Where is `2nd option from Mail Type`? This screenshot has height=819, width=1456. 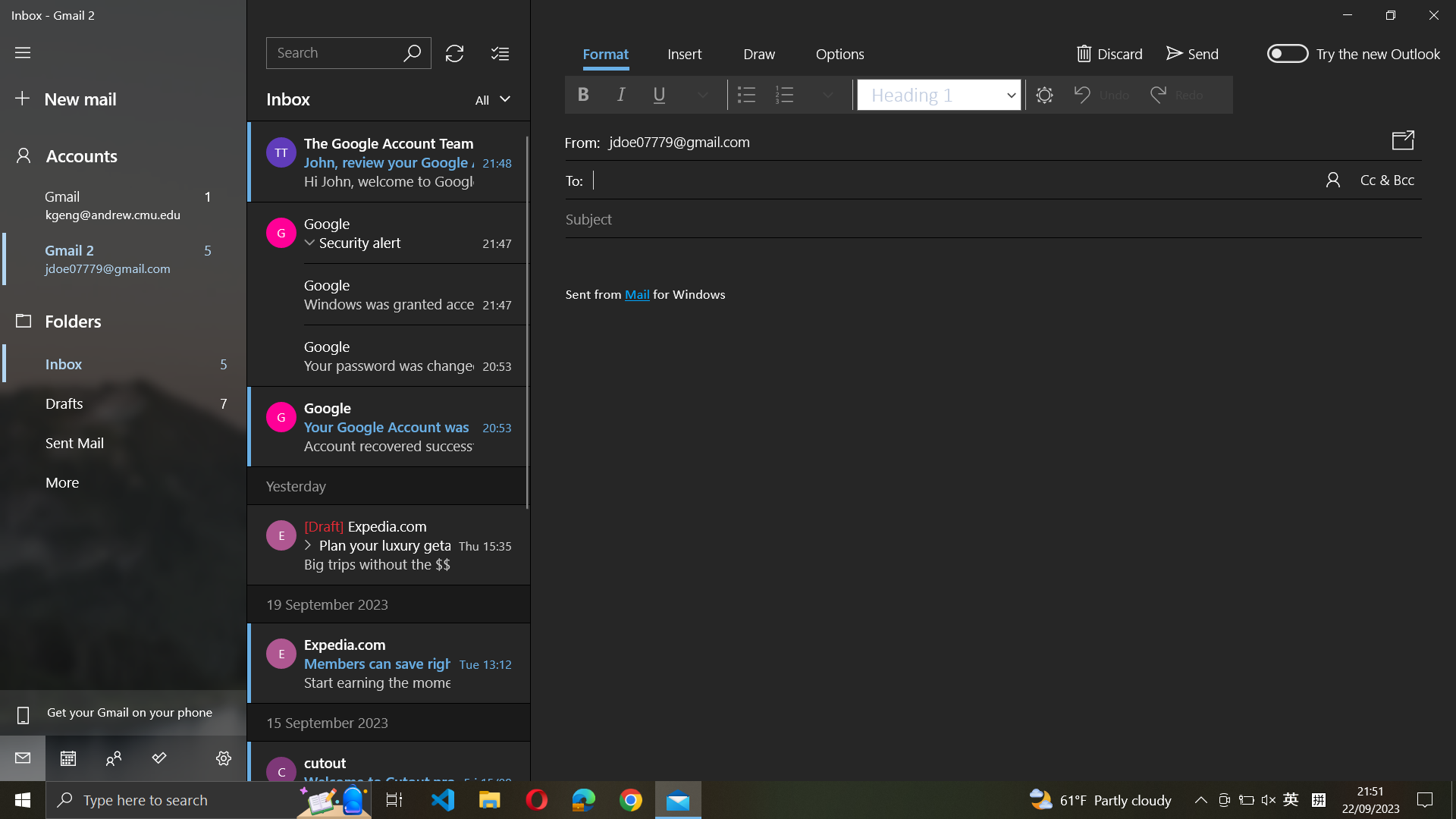
2nd option from Mail Type is located at coordinates (490, 99).